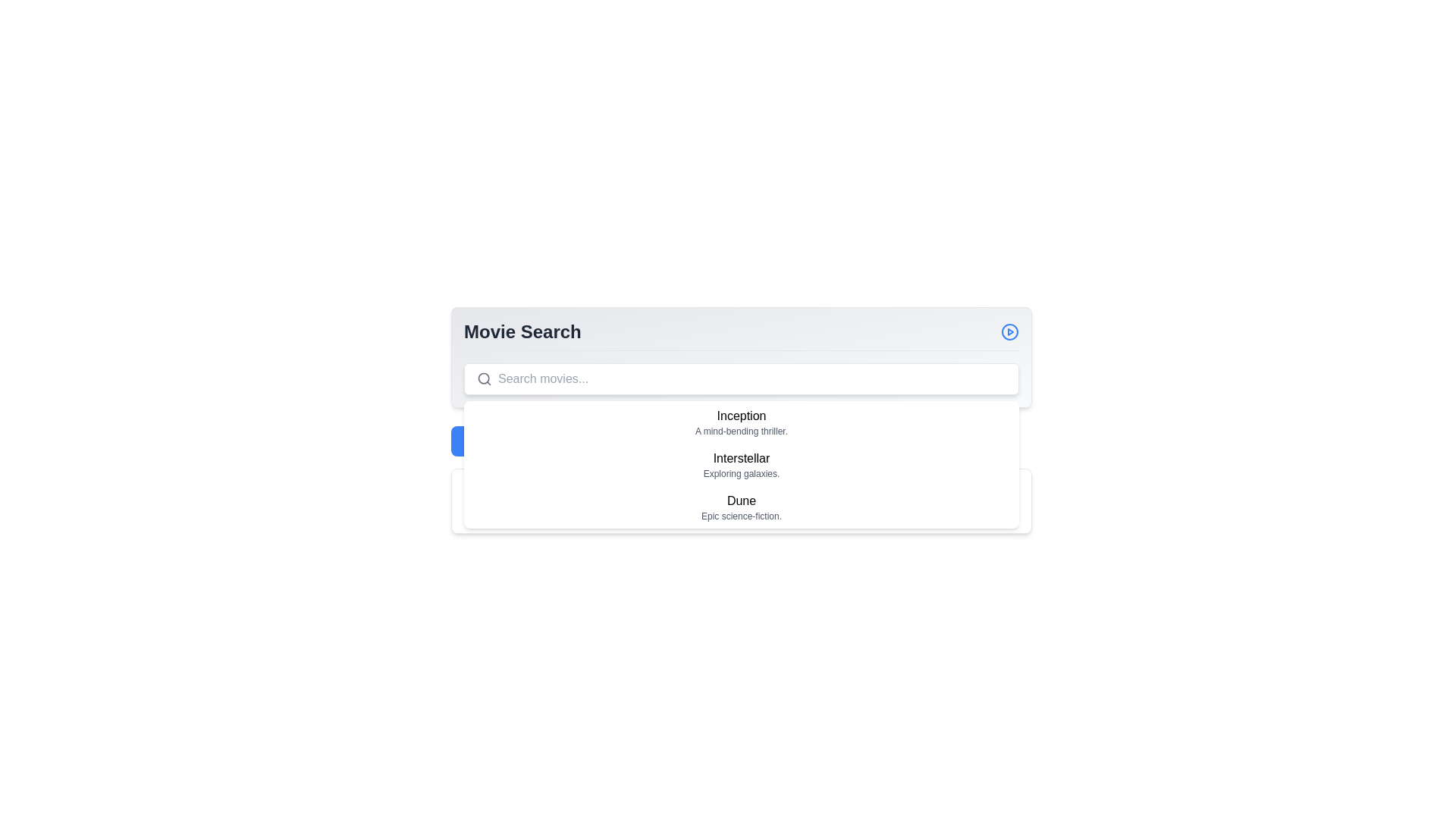 Image resolution: width=1456 pixels, height=819 pixels. Describe the element at coordinates (483, 378) in the screenshot. I see `the SVG-based magnifying glass icon, which signifies the search functionality of the input field` at that location.